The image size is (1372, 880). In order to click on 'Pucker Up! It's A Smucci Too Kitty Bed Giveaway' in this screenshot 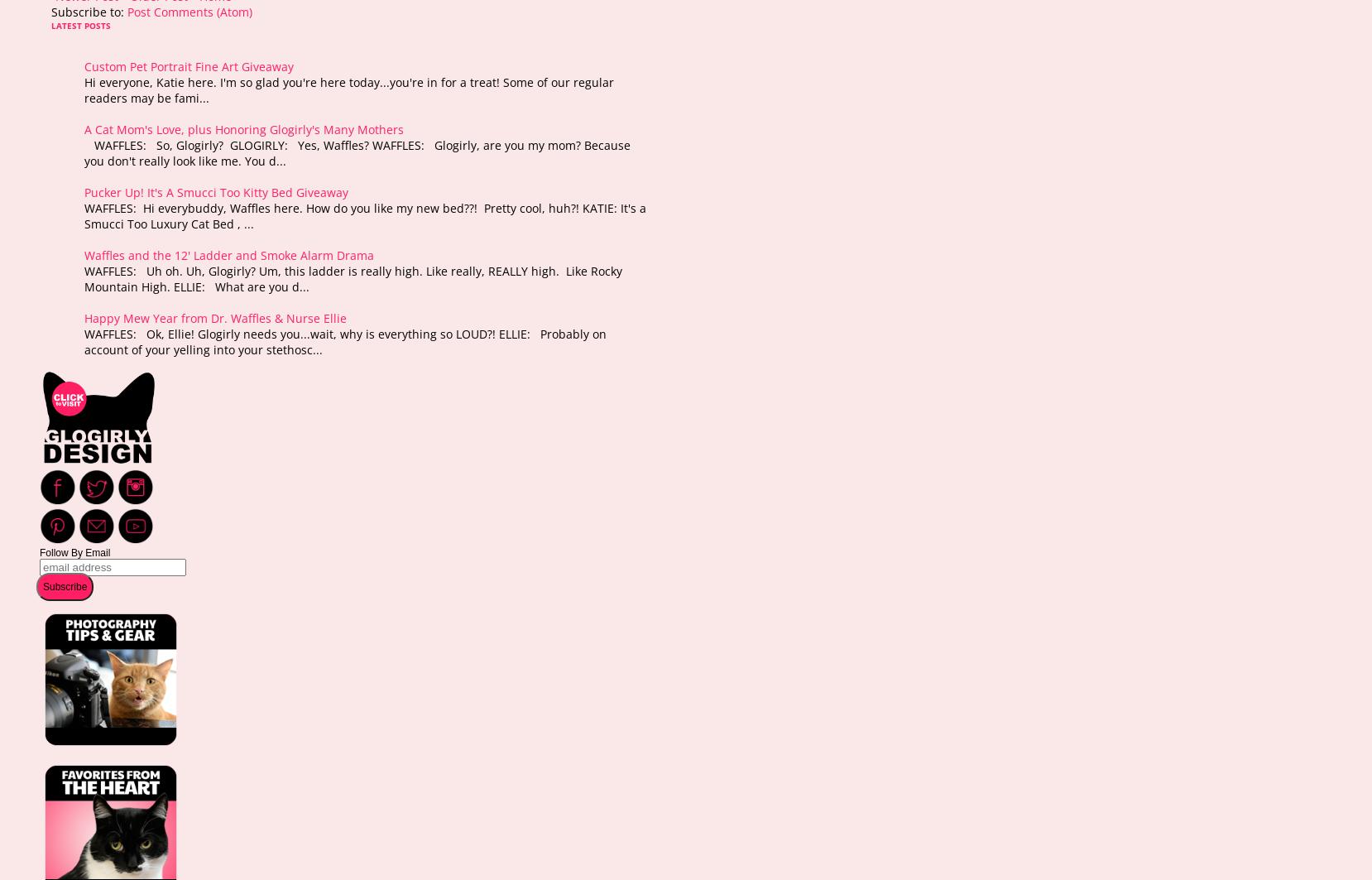, I will do `click(216, 191)`.